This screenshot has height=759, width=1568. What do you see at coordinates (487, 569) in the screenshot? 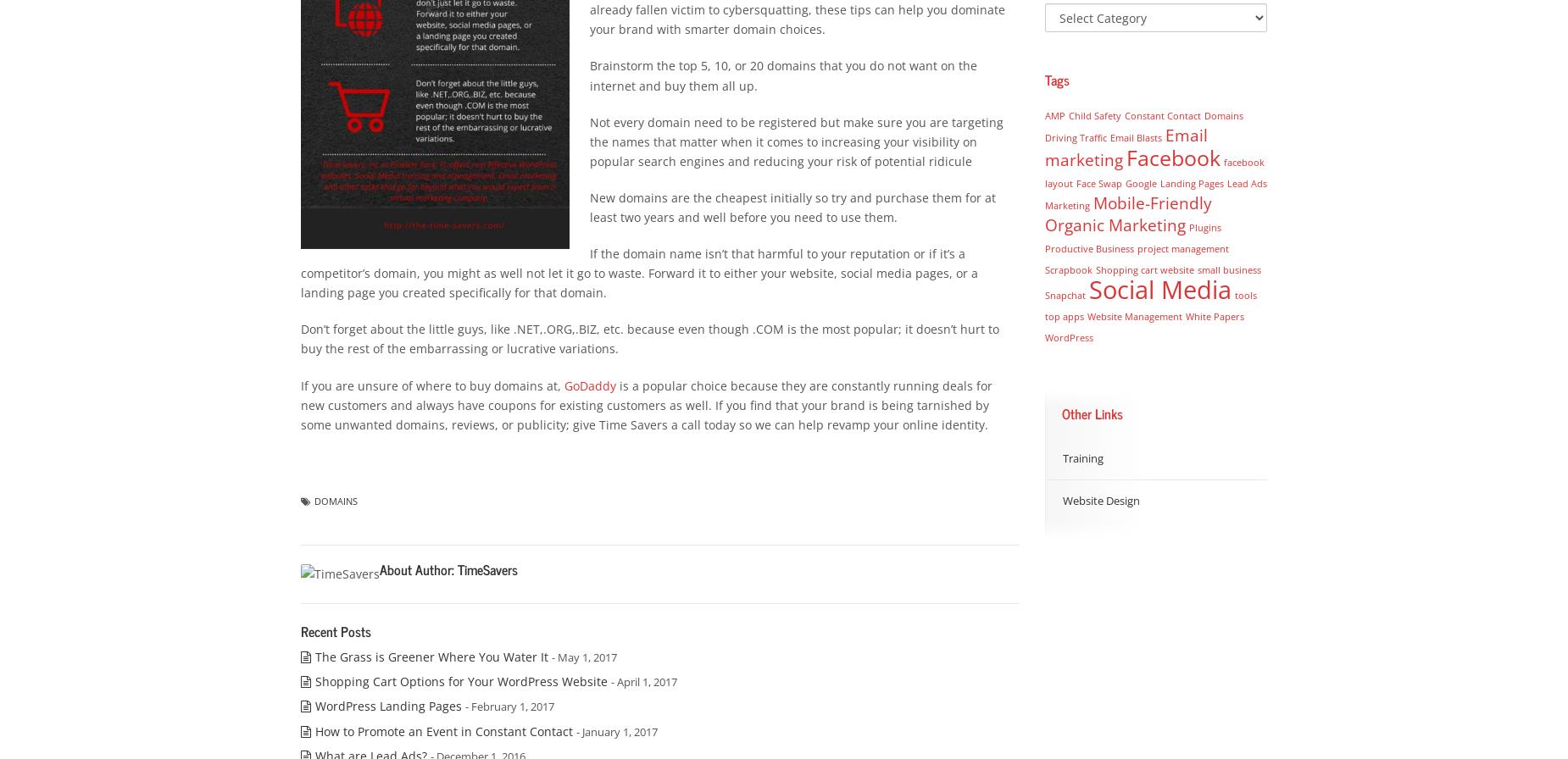
I see `'TimeSavers'` at bounding box center [487, 569].